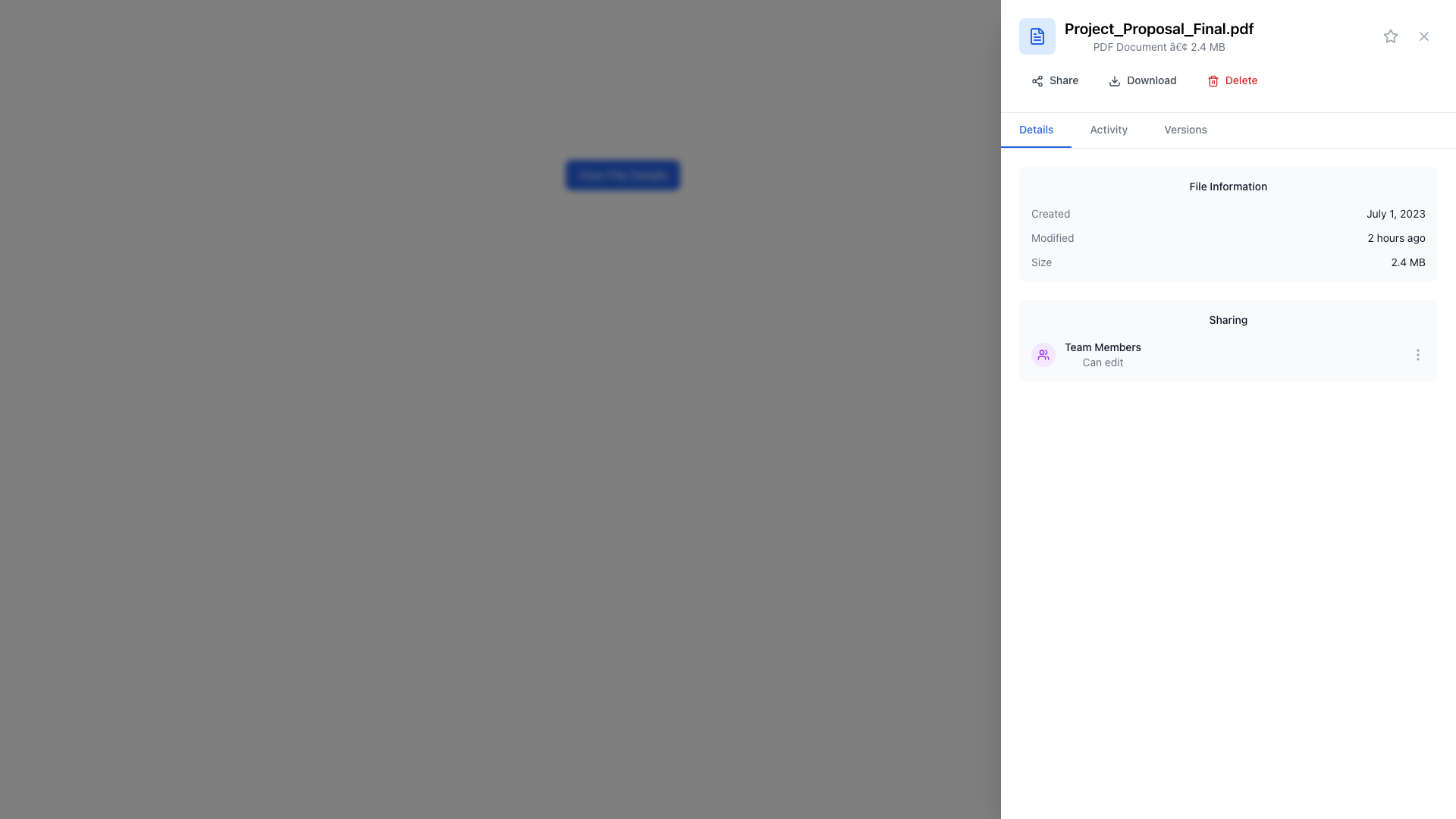  I want to click on the star-shaped icon with a hollow center, located in the top-right corner of the interface, adjacent to the close button ('X'), so click(1390, 35).